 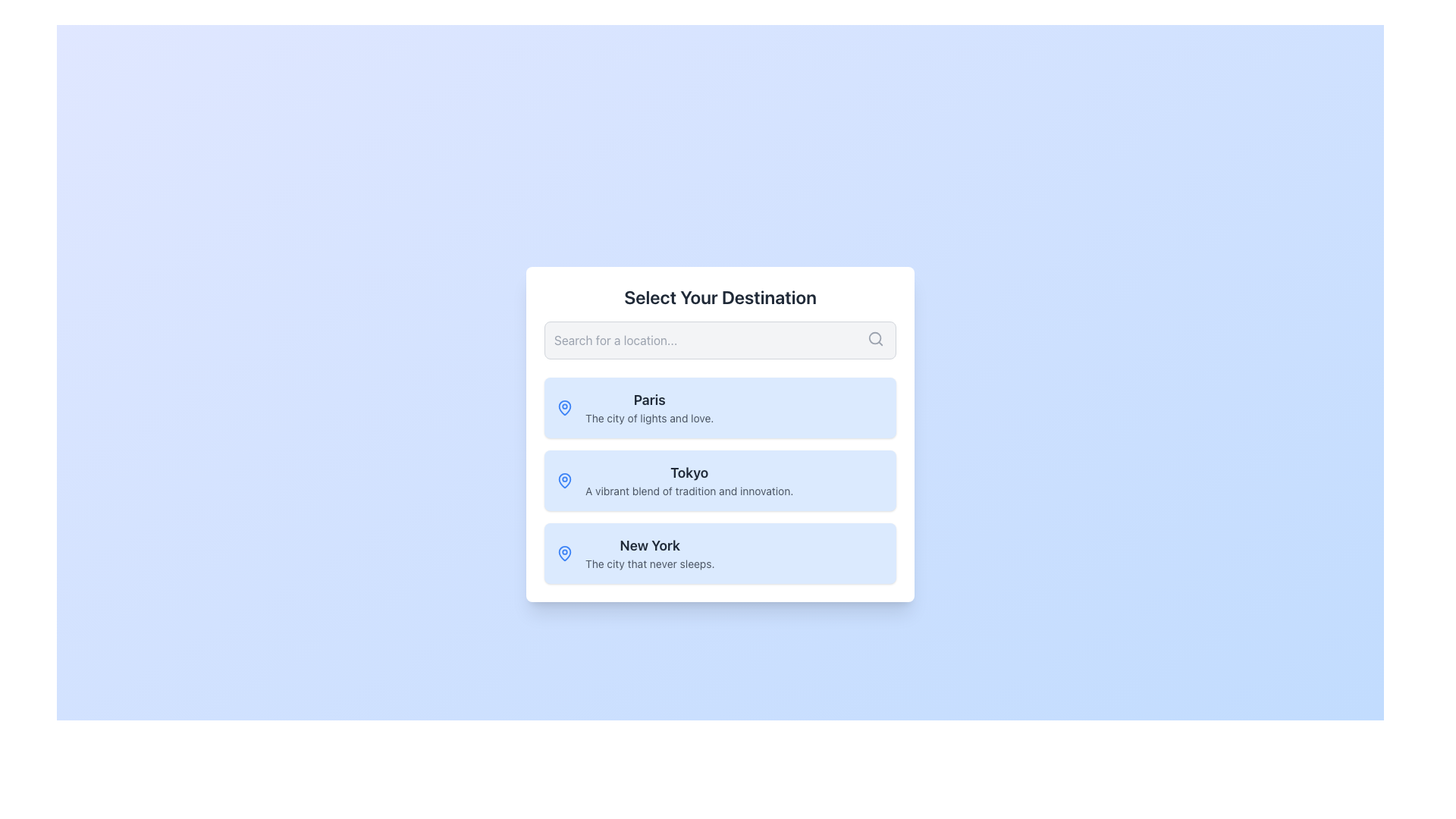 I want to click on the visual identifier icon for 'Tokyo' located to the left of the text heading 'Tokyo' in the list of destinations, so click(x=563, y=480).